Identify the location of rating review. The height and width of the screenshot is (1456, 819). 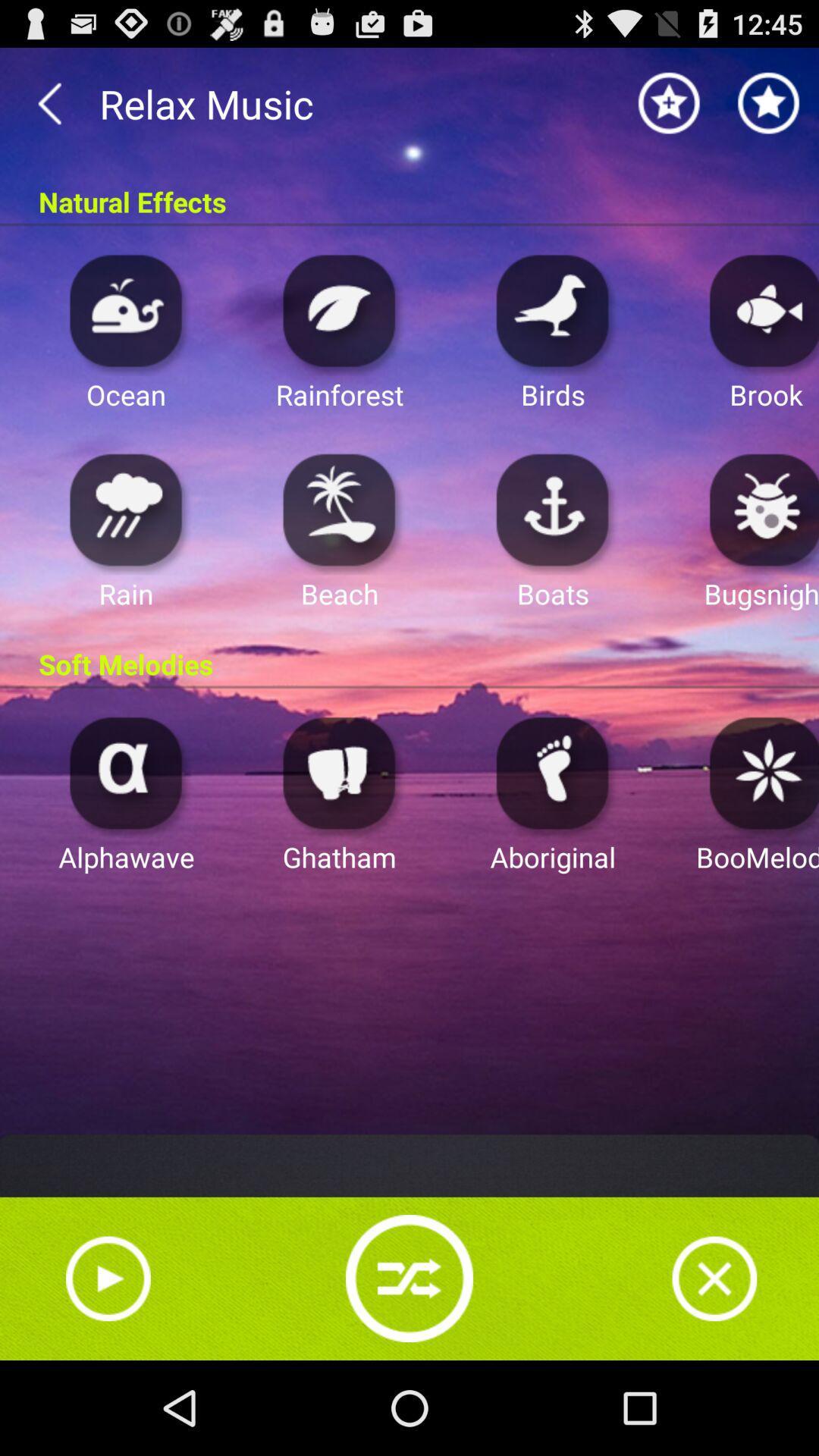
(669, 102).